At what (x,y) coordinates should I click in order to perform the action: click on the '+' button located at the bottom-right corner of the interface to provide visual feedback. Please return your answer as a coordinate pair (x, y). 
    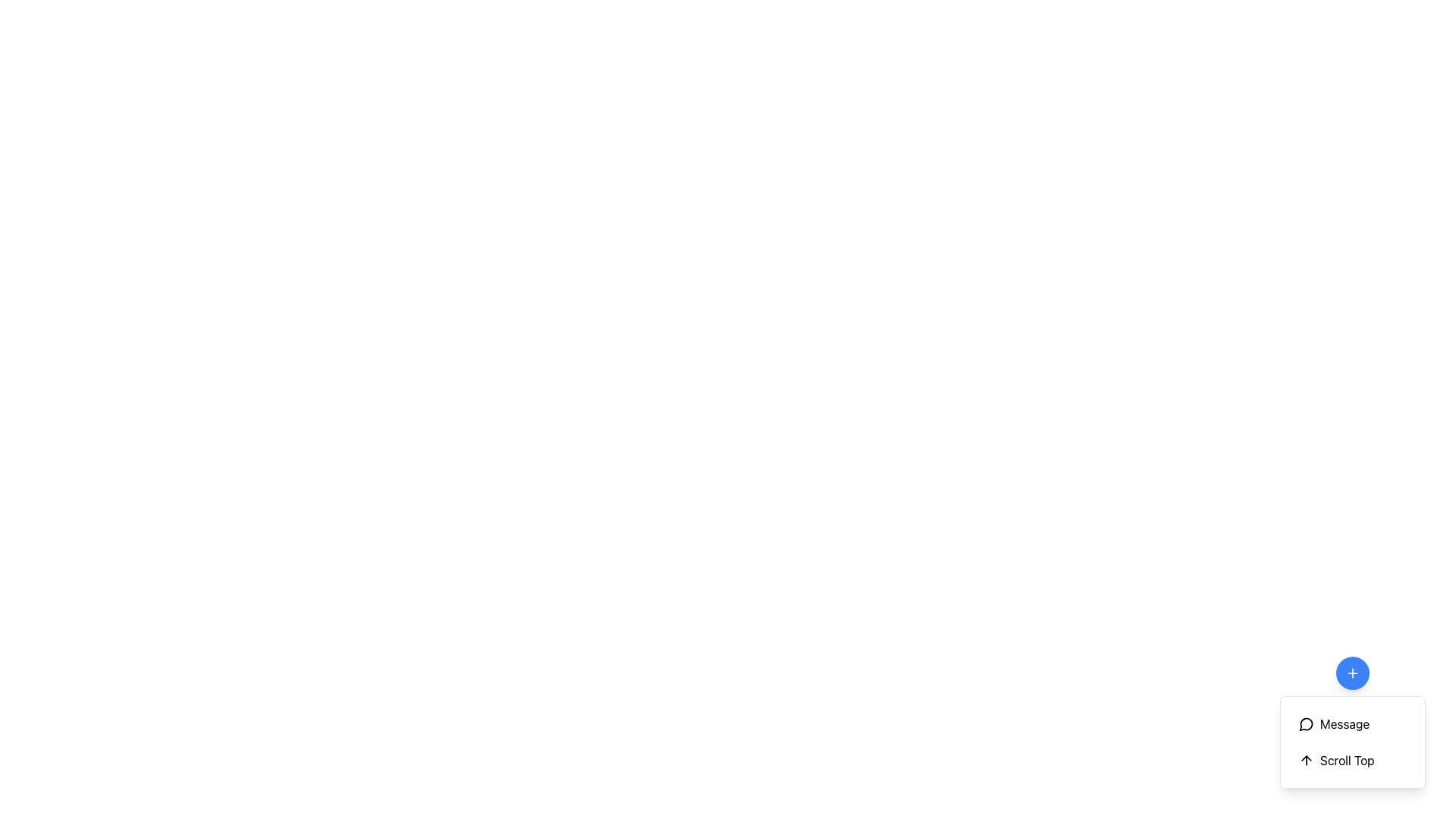
    Looking at the image, I should click on (1353, 672).